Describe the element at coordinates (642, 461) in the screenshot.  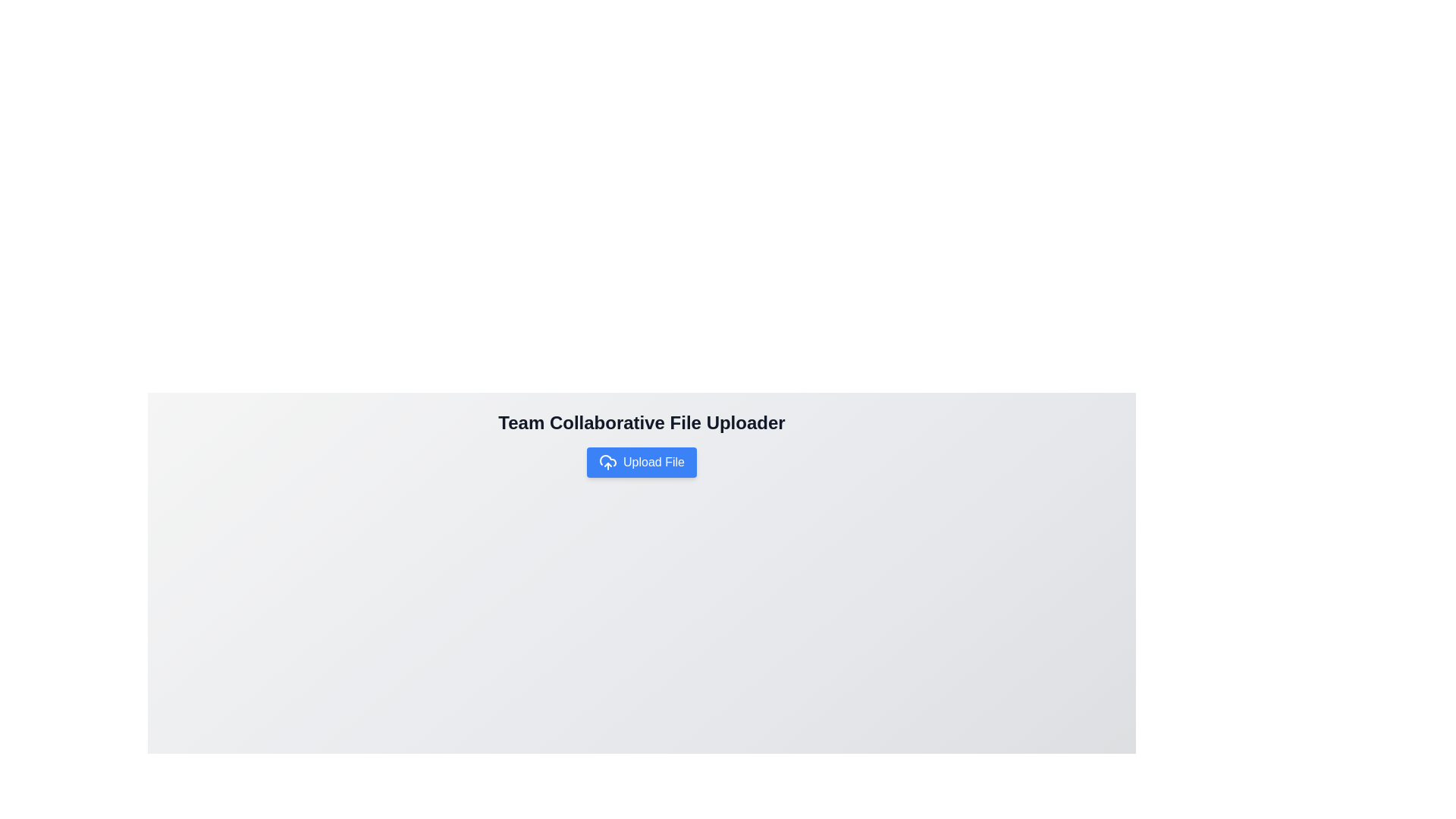
I see `the button labeled 'Team Collaborative File Uploader' to observe the hover effects` at that location.